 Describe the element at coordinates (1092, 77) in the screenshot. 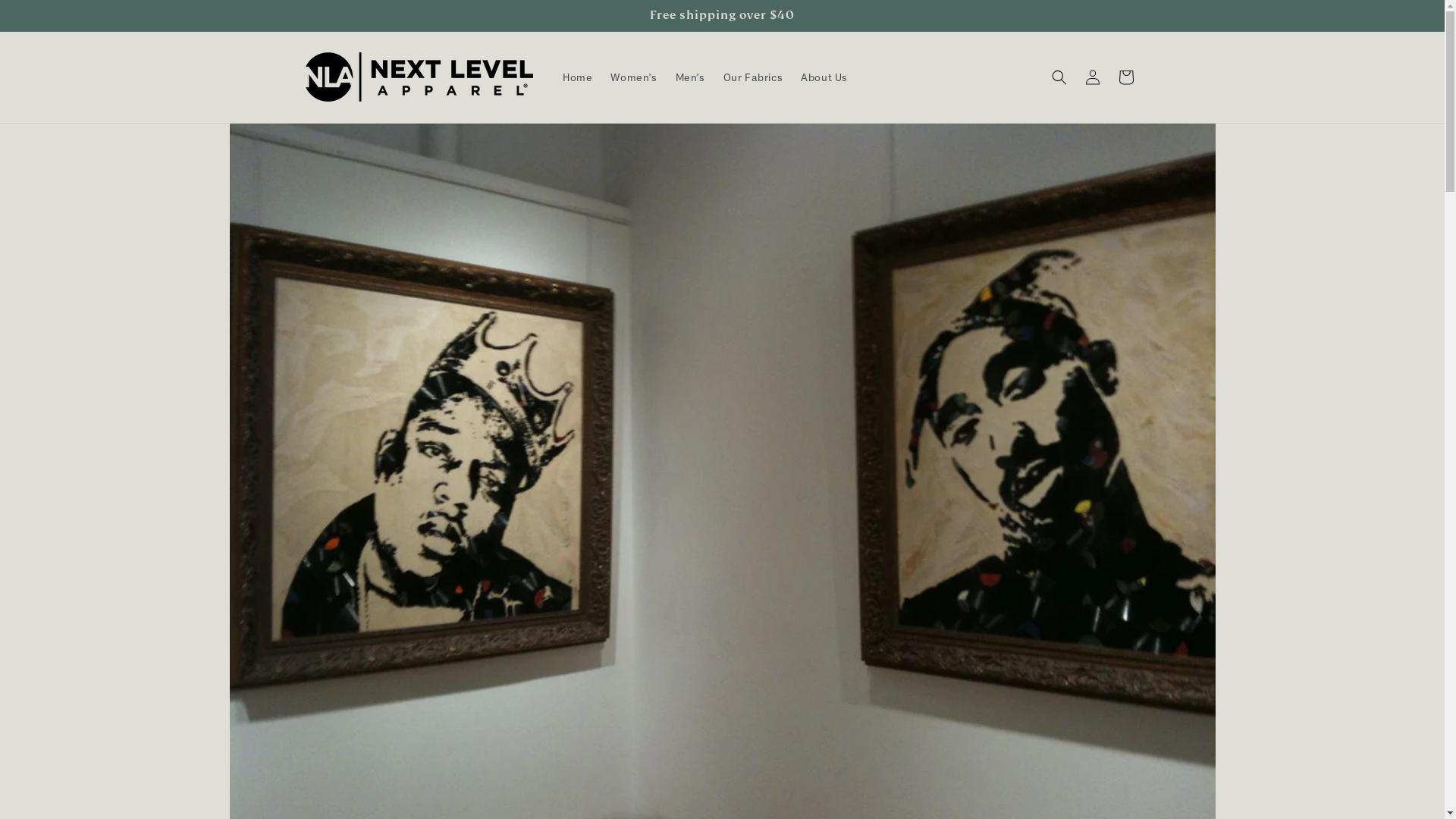

I see `'Log in'` at that location.